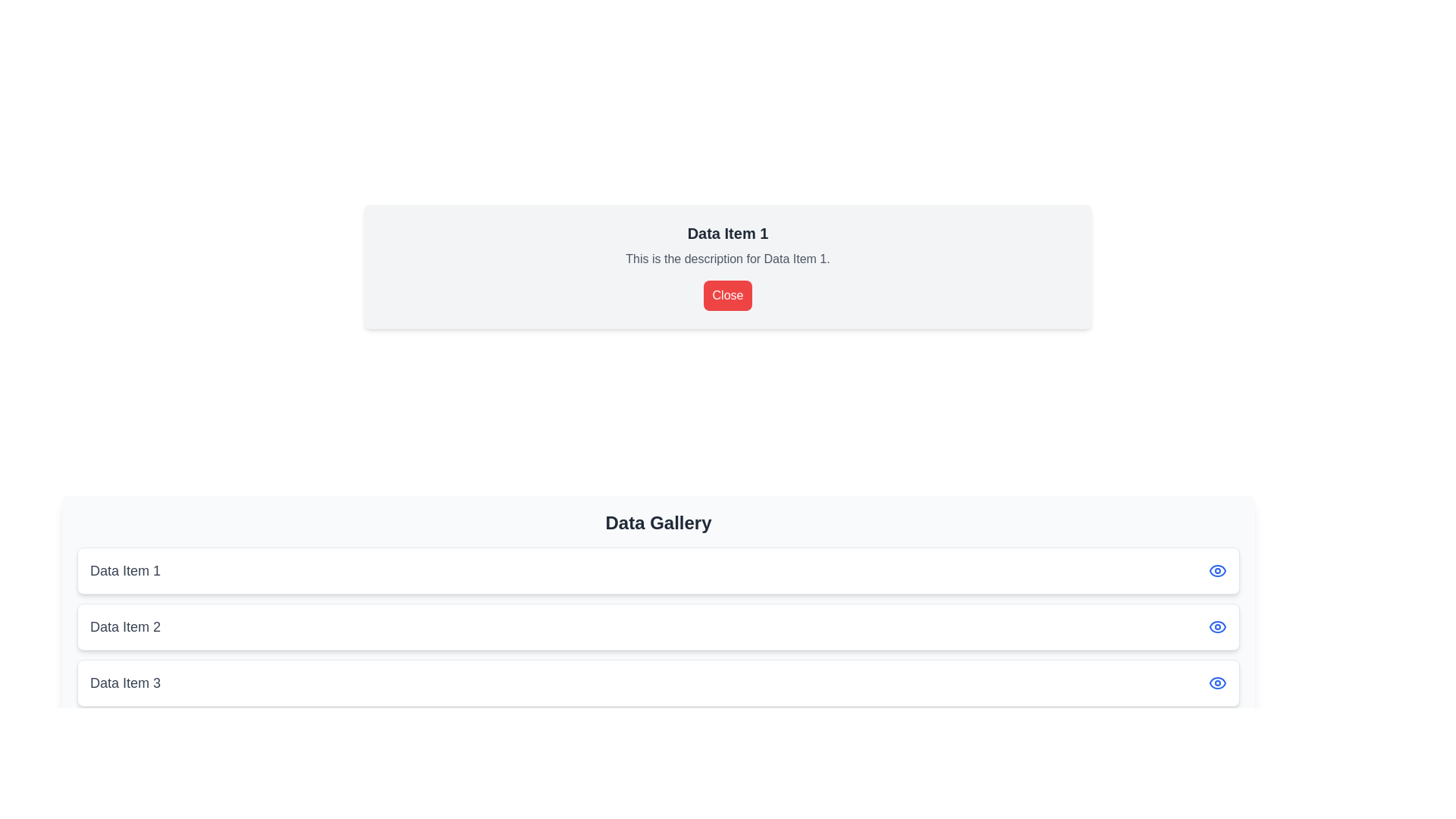  What do you see at coordinates (1218, 683) in the screenshot?
I see `the eye icon representing the visibility control feature located to the right of 'Data Item 3'` at bounding box center [1218, 683].